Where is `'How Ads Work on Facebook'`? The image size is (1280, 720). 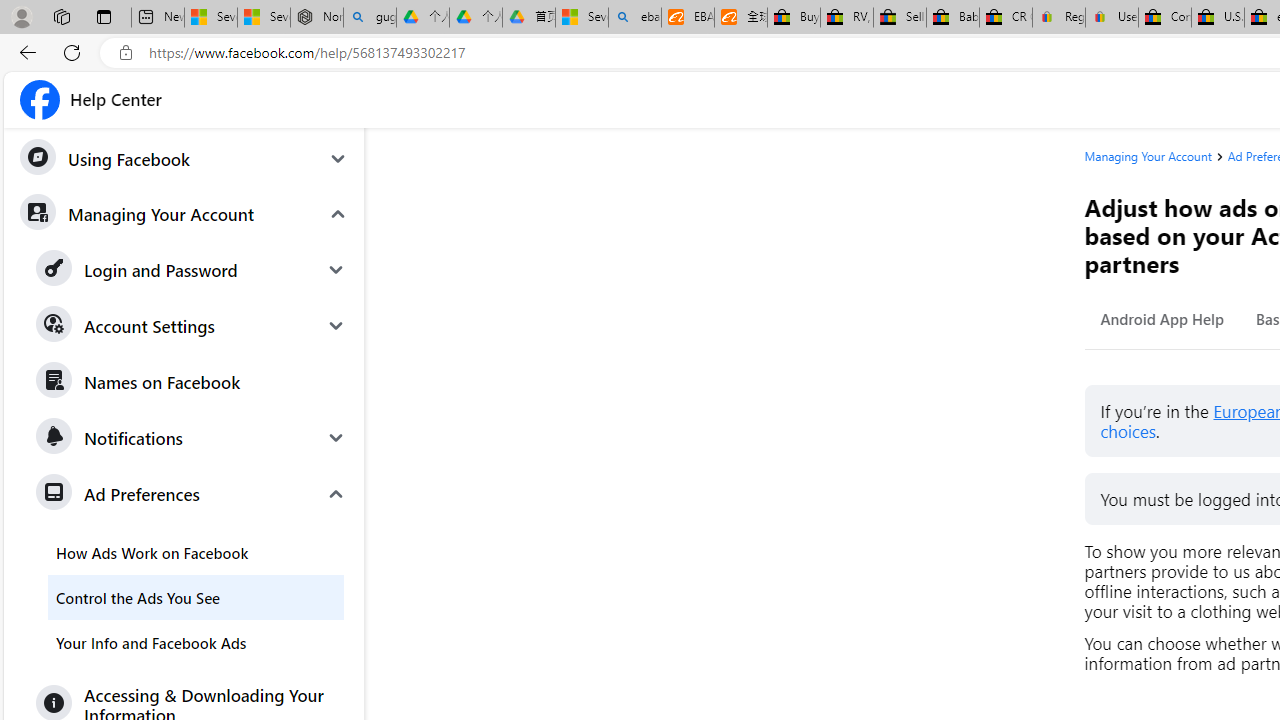 'How Ads Work on Facebook' is located at coordinates (195, 552).